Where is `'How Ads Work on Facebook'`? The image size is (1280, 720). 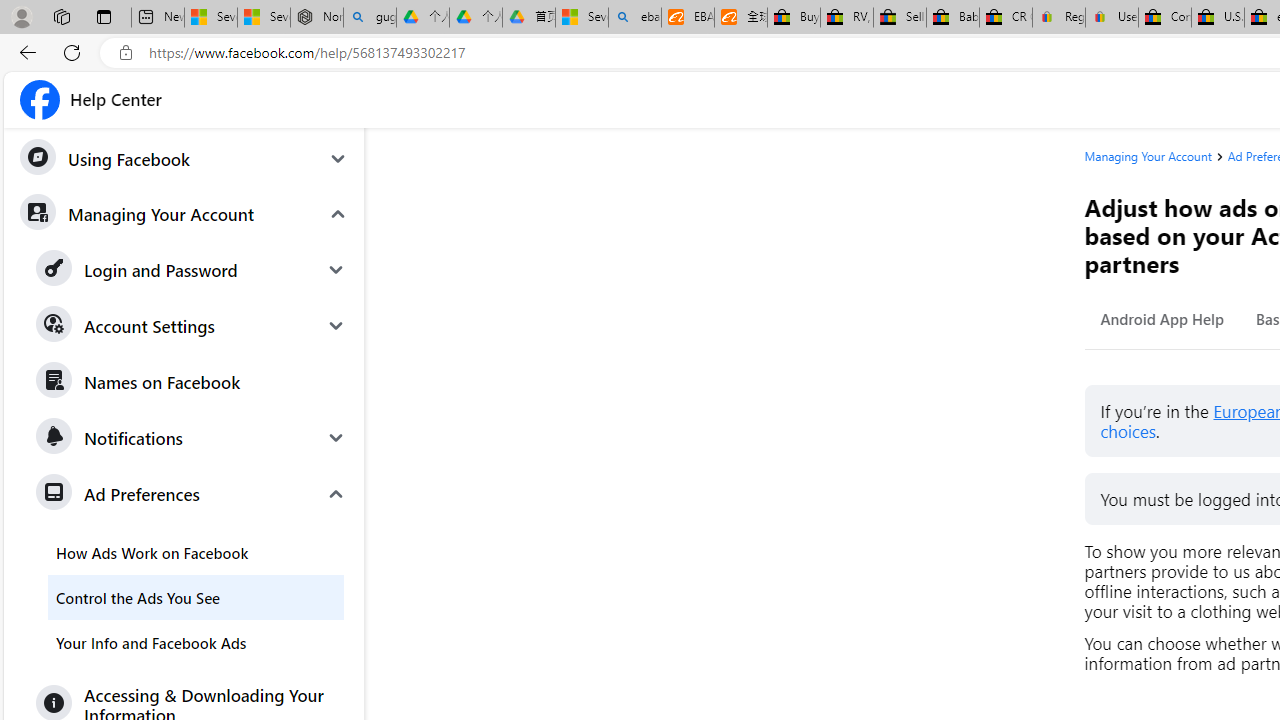 'How Ads Work on Facebook' is located at coordinates (195, 552).